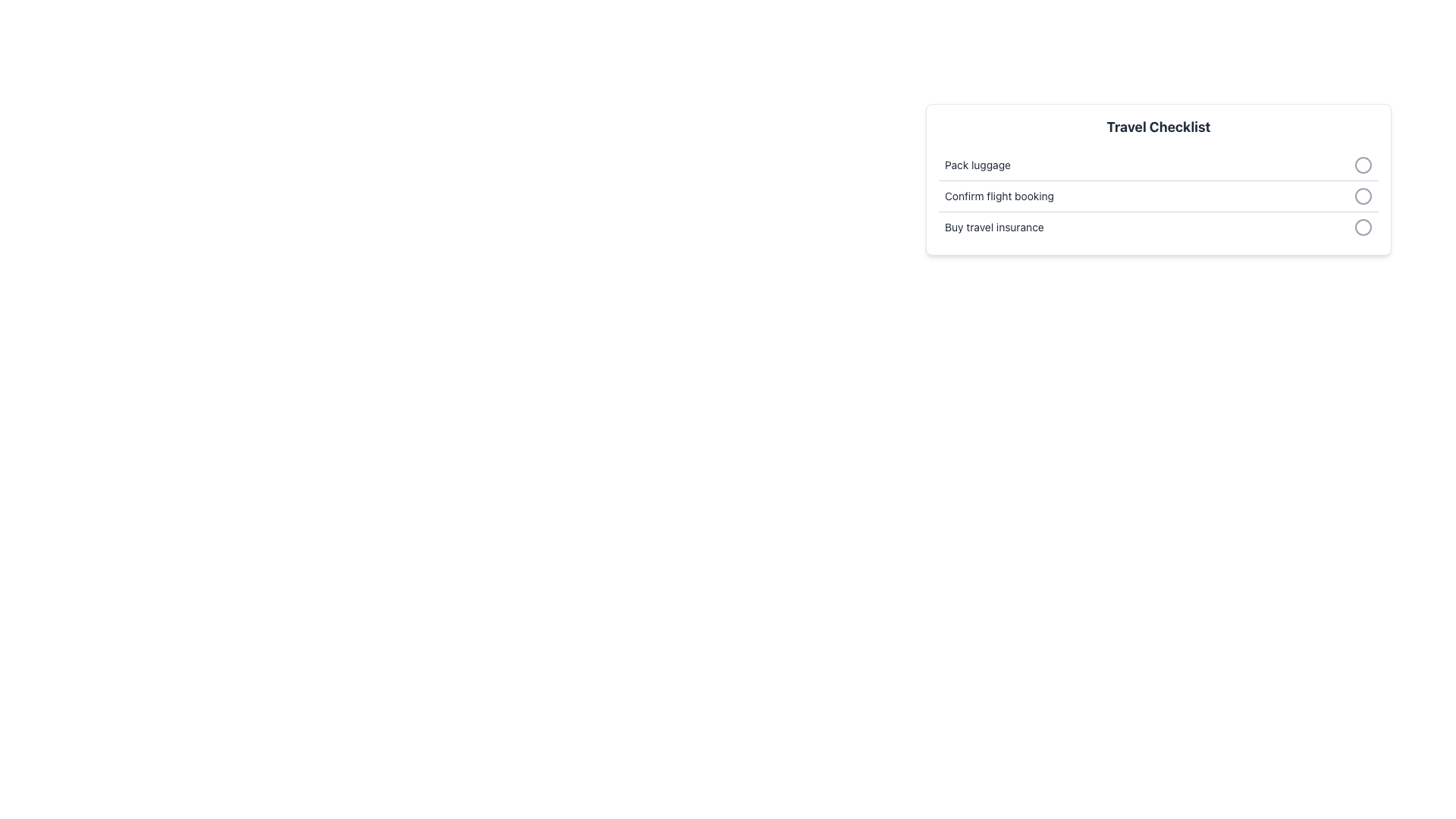  I want to click on the radio button for 'Buy travel insurance' in the 'Travel Checklist', which is the third item in the vertical list, so click(1363, 227).